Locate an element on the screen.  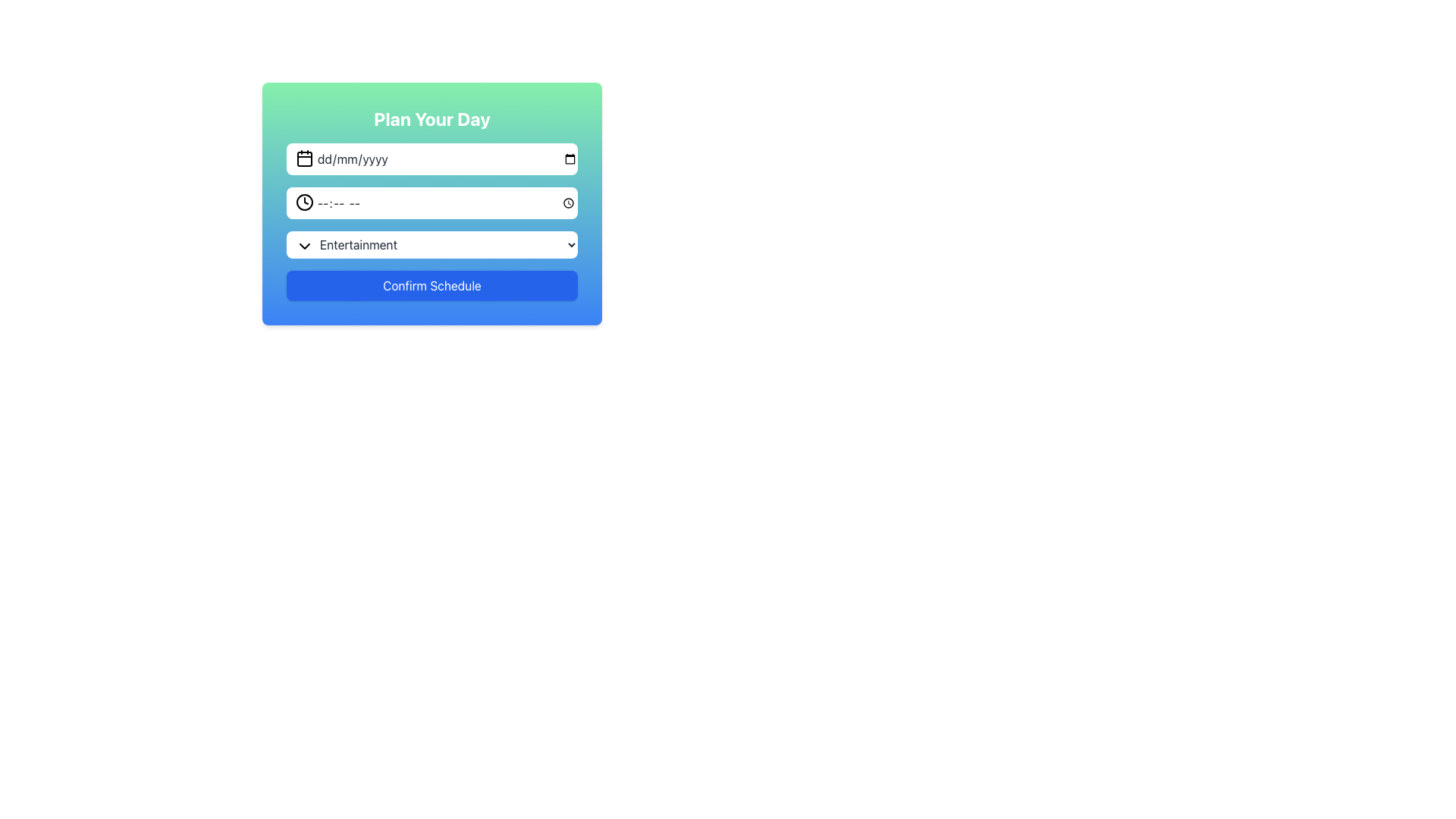
the dropdown menu toggle (arrow icon) located to the left of the 'Entertainment' option in the 'Plan Your Day' form is located at coordinates (304, 245).